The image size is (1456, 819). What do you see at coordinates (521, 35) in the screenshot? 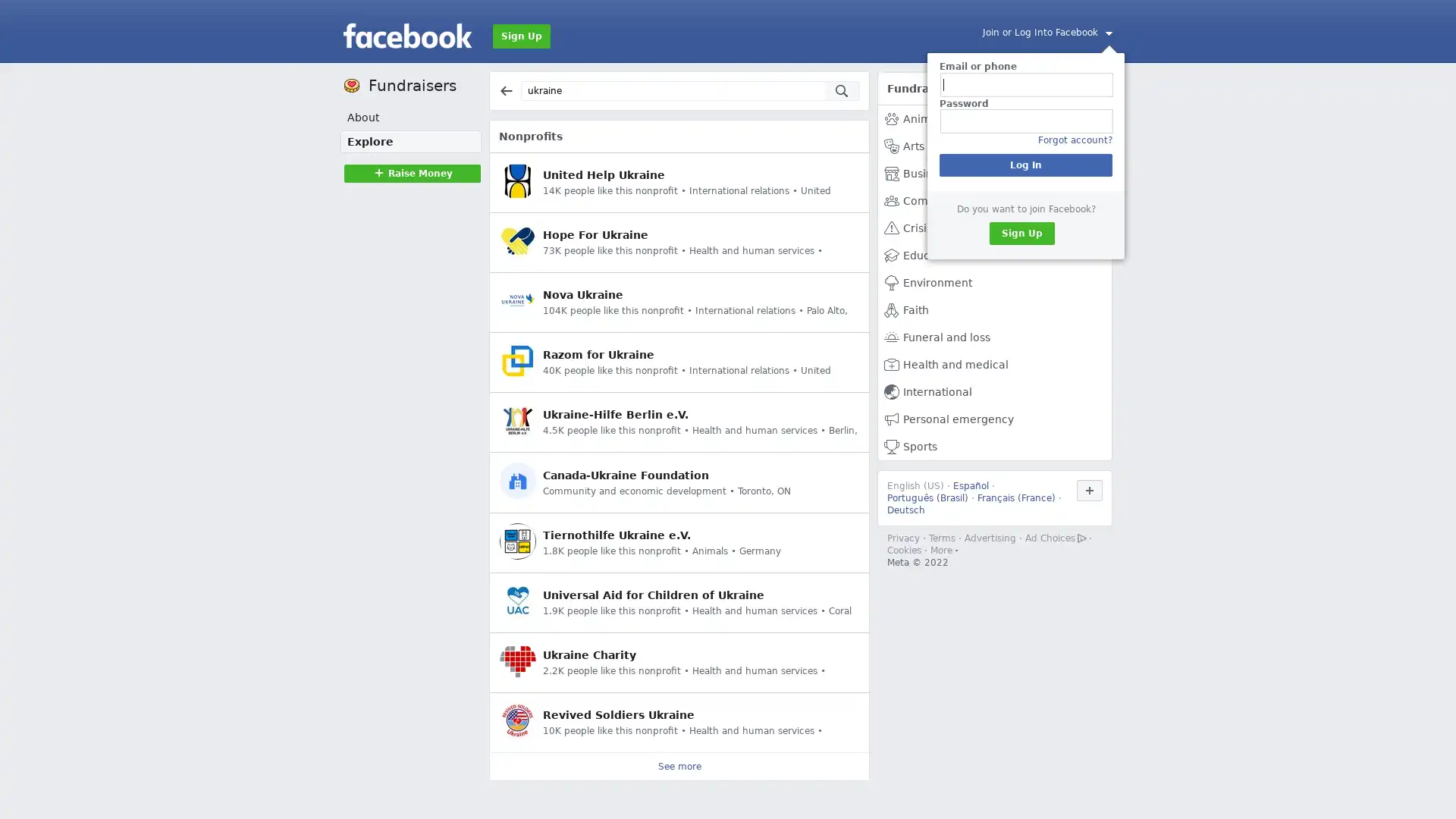
I see `Sign Up` at bounding box center [521, 35].